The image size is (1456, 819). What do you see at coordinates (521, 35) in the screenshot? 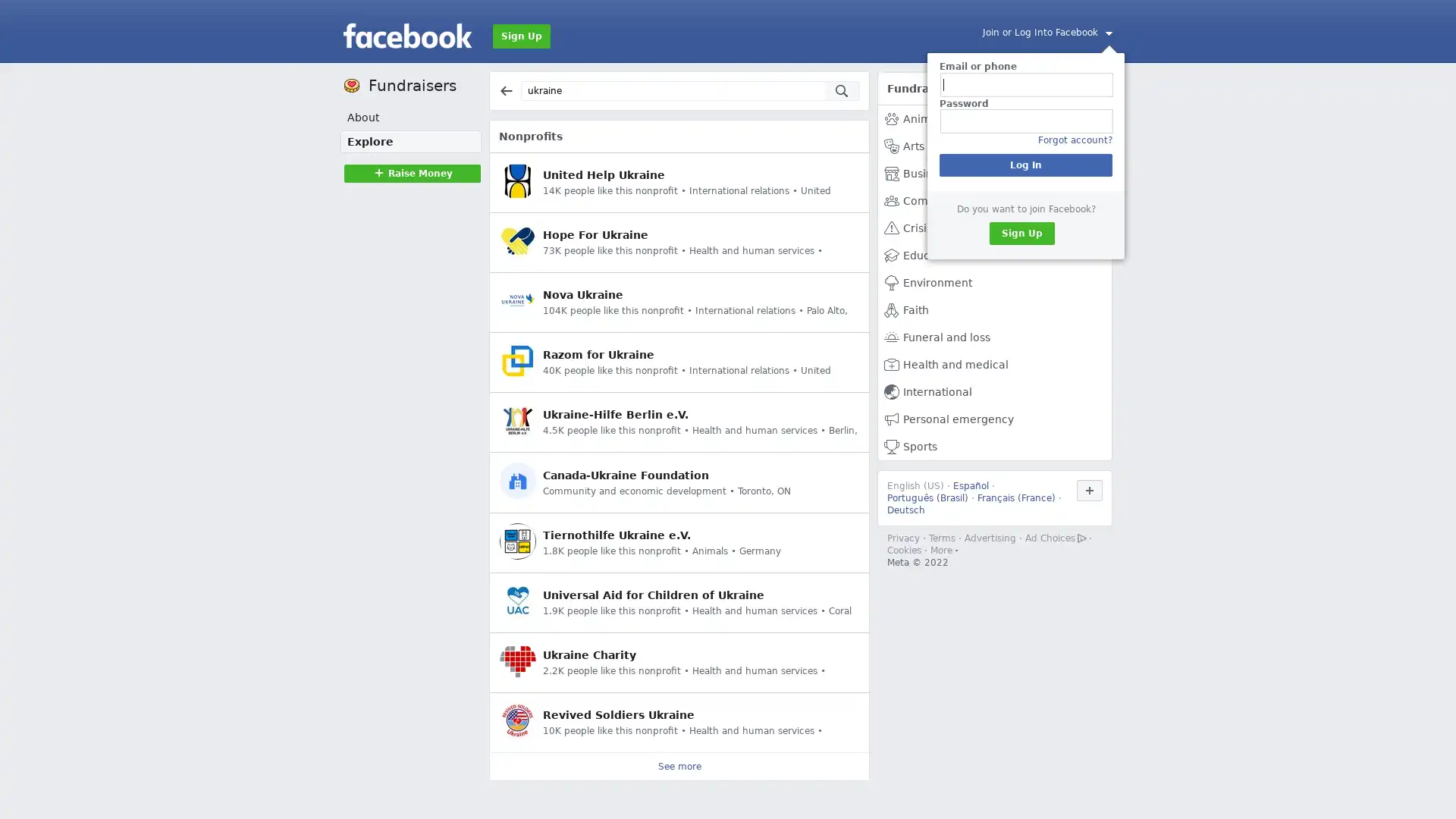
I see `Sign Up` at bounding box center [521, 35].